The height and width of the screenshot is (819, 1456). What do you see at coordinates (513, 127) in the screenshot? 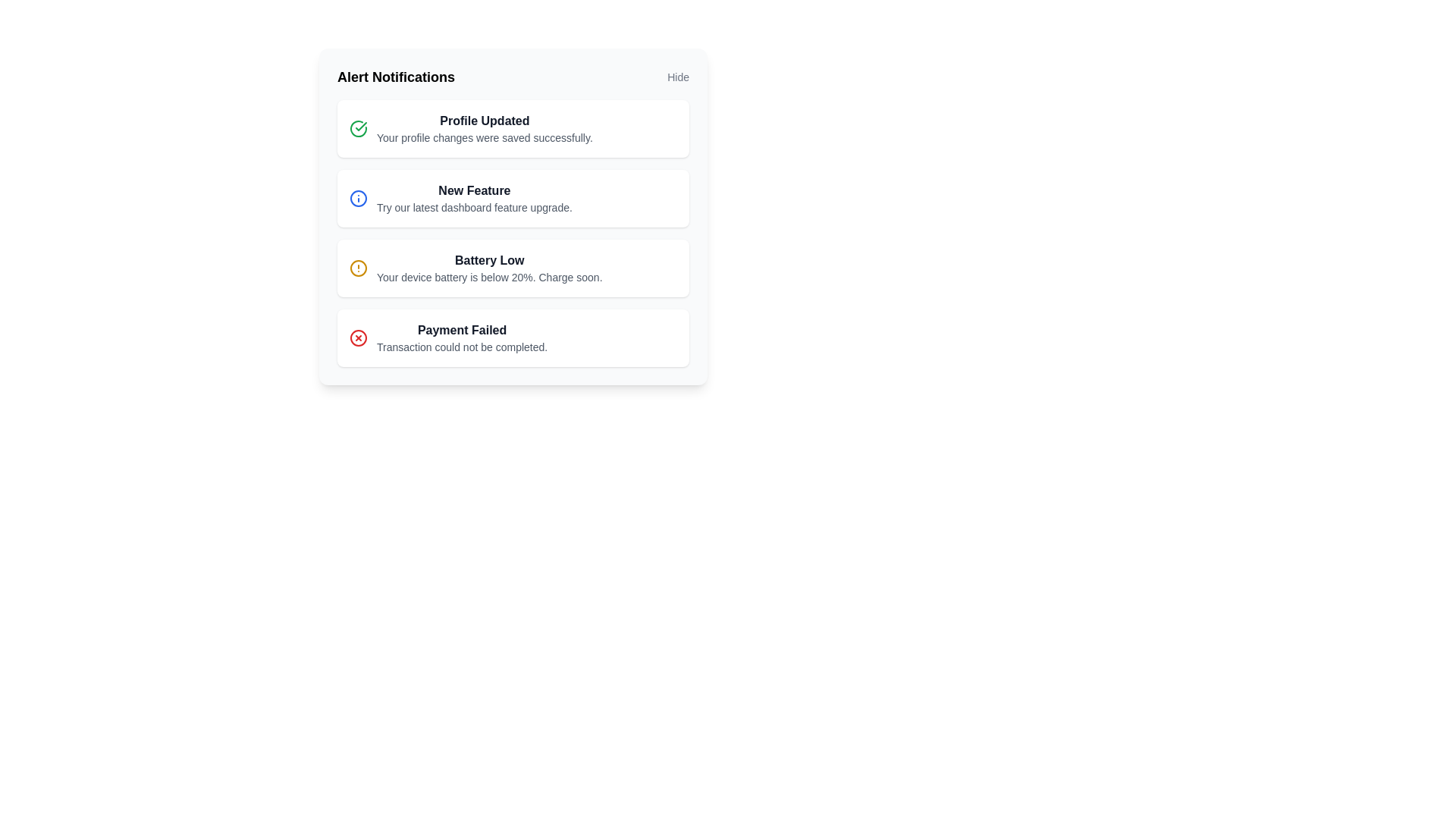
I see `the Notification card in the 'Alert Notifications' section, which indicates that profile changes have been saved successfully` at bounding box center [513, 127].